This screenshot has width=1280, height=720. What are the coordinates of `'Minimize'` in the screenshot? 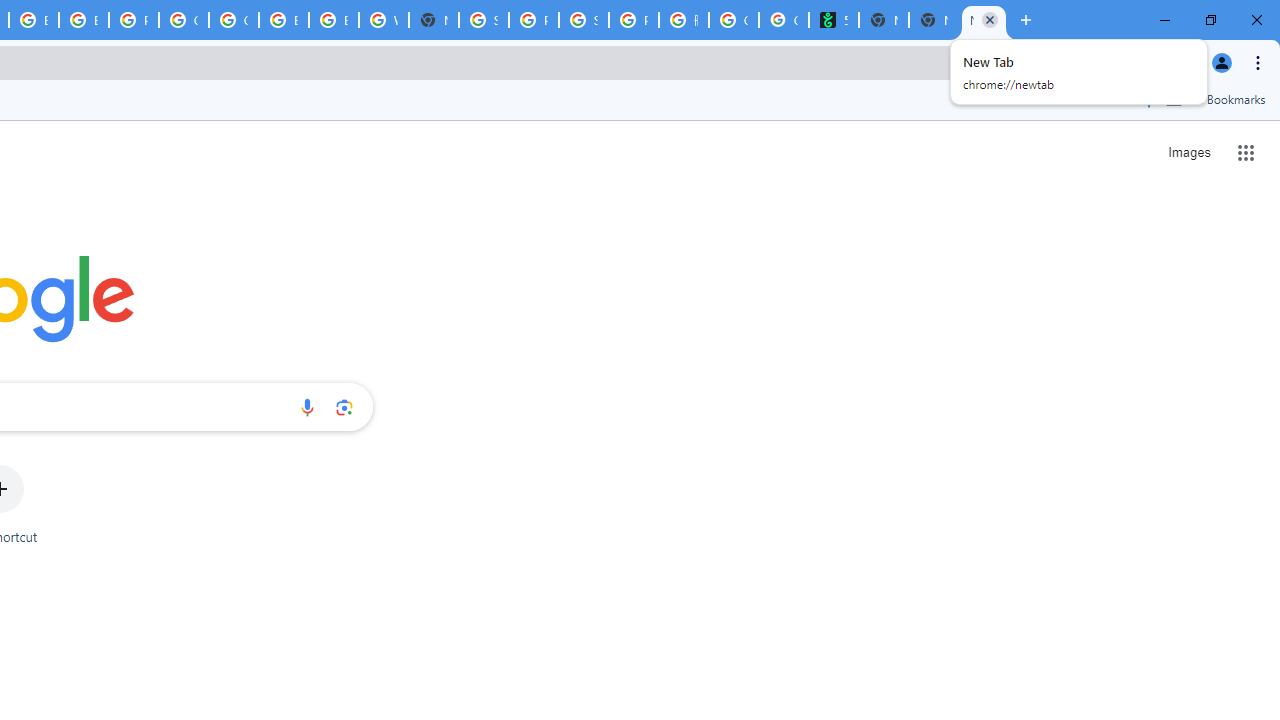 It's located at (1165, 20).